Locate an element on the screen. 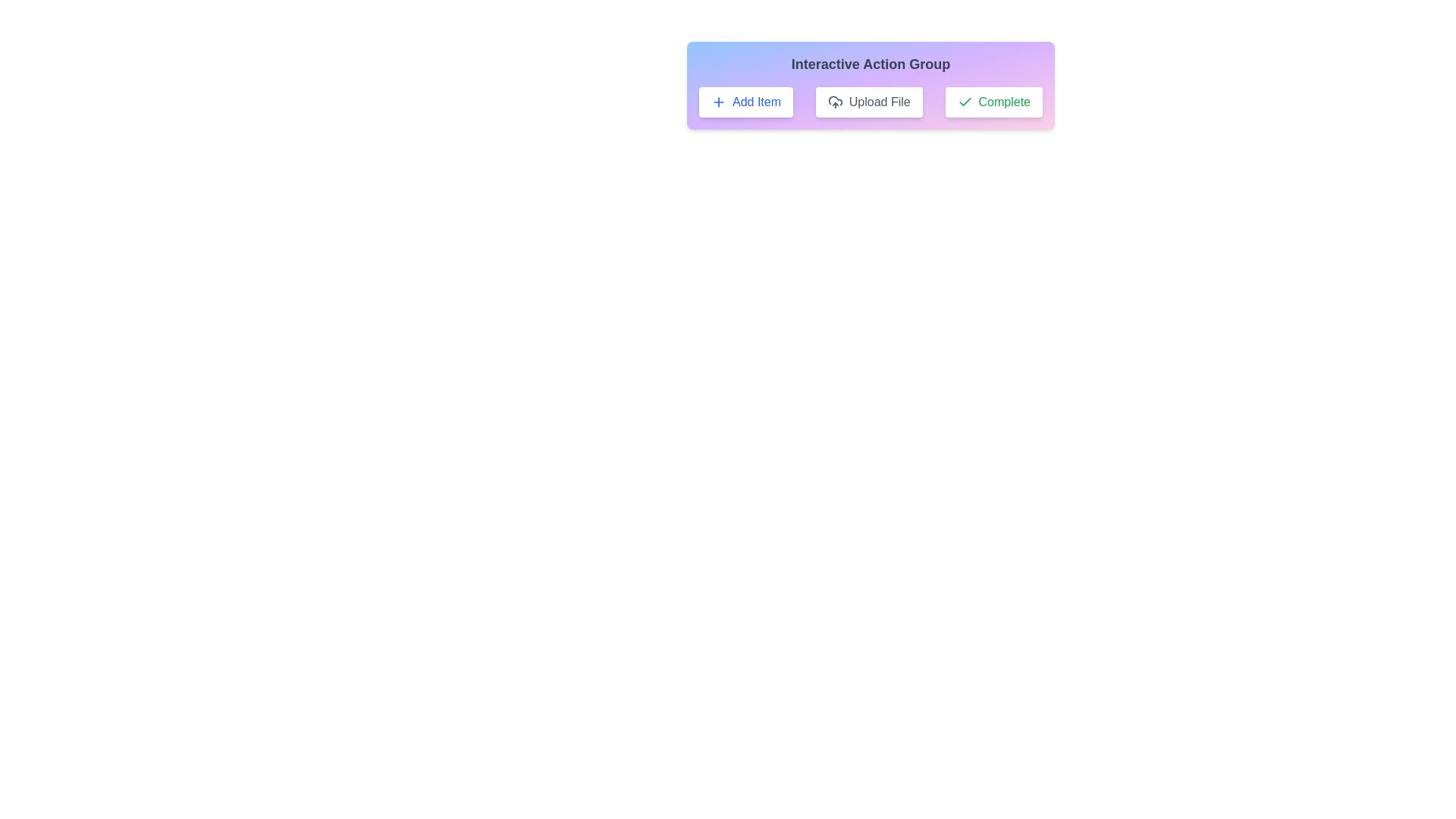 The image size is (1456, 819). the 'Upload File' button is located at coordinates (869, 102).